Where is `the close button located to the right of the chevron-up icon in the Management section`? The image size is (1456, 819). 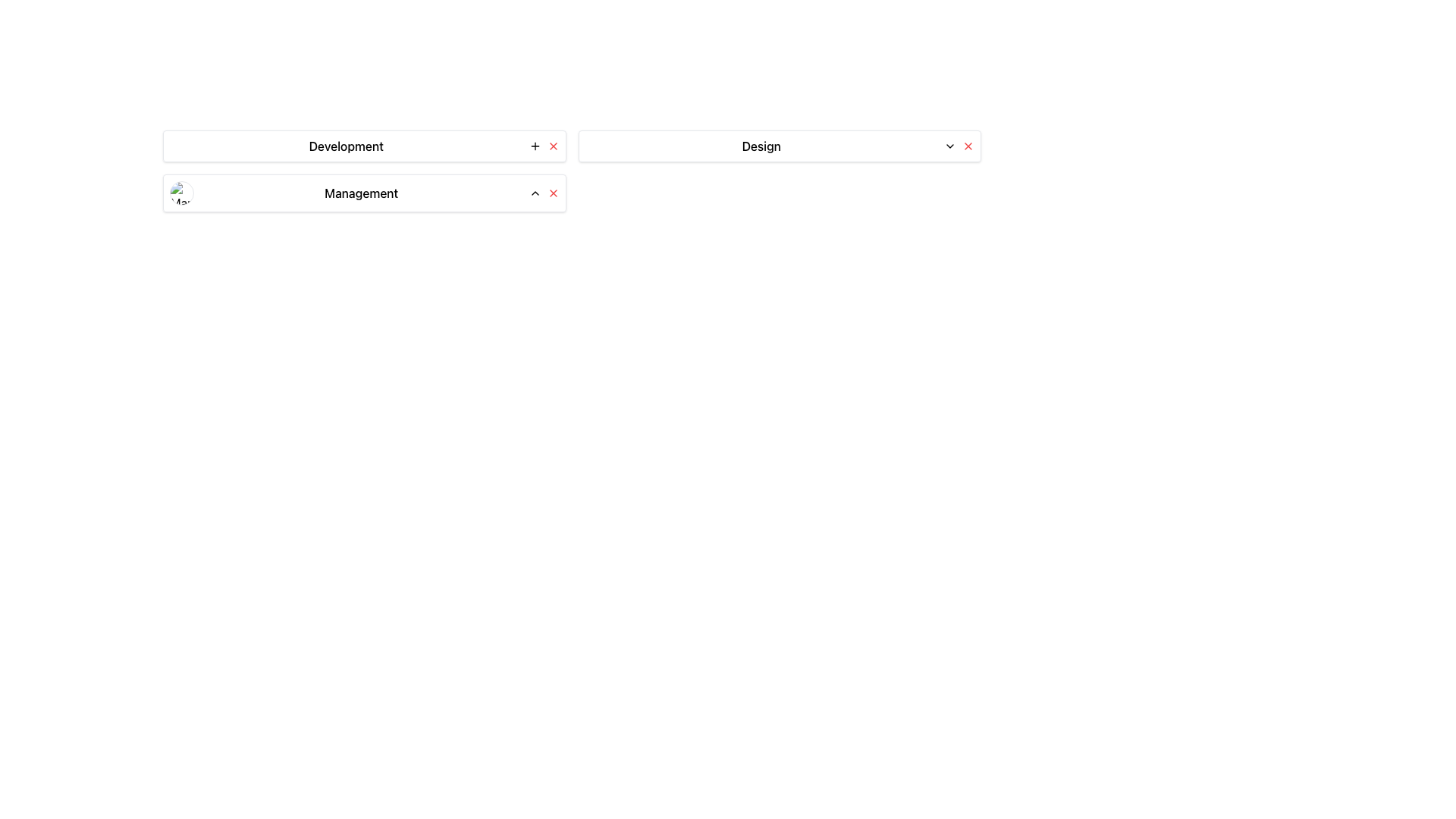 the close button located to the right of the chevron-up icon in the Management section is located at coordinates (552, 192).